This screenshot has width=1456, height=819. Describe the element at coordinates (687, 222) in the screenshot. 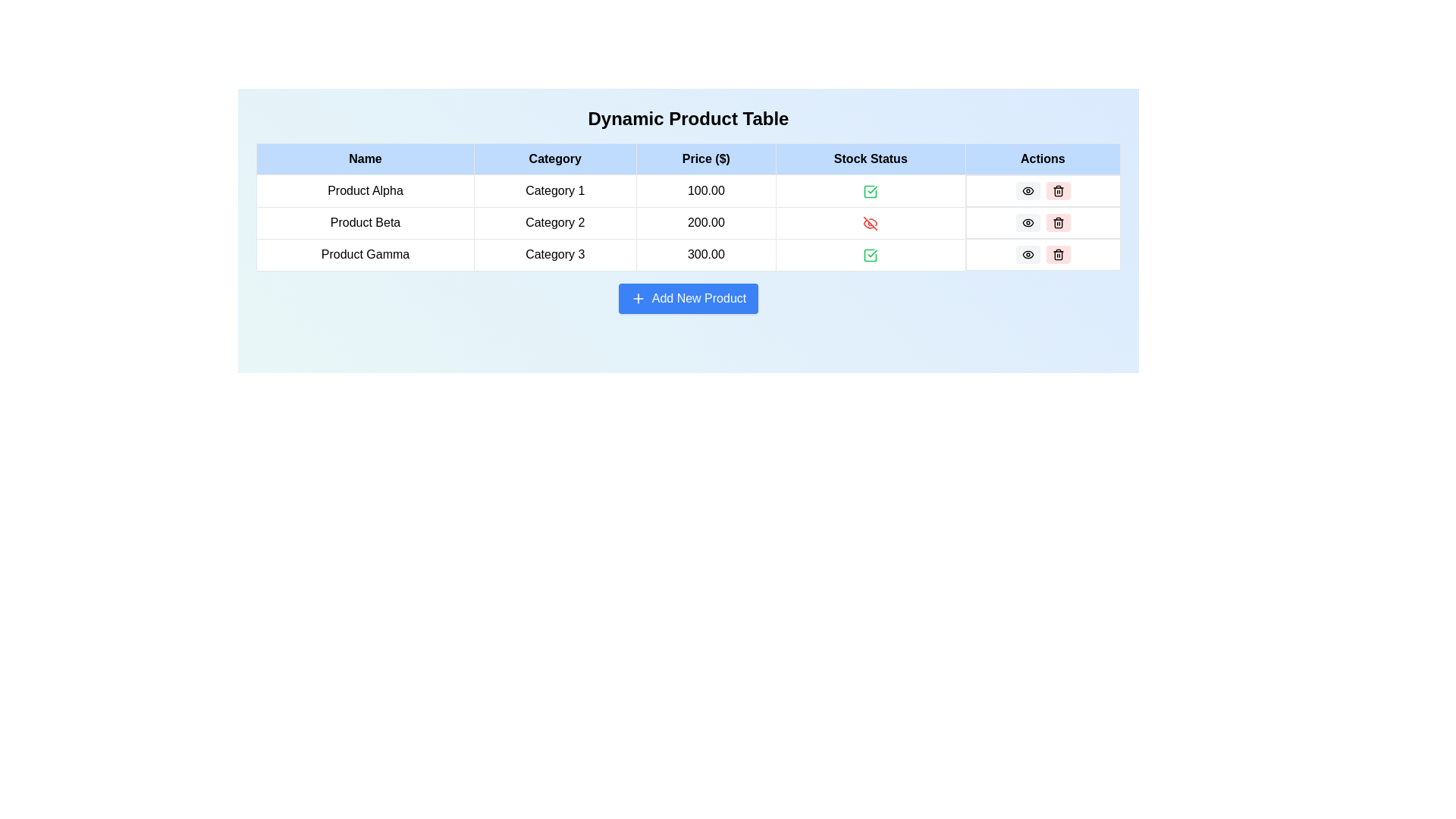

I see `on the second row of the 'Dynamic Product Table' that displays information about 'Product Beta', including its category and price` at that location.